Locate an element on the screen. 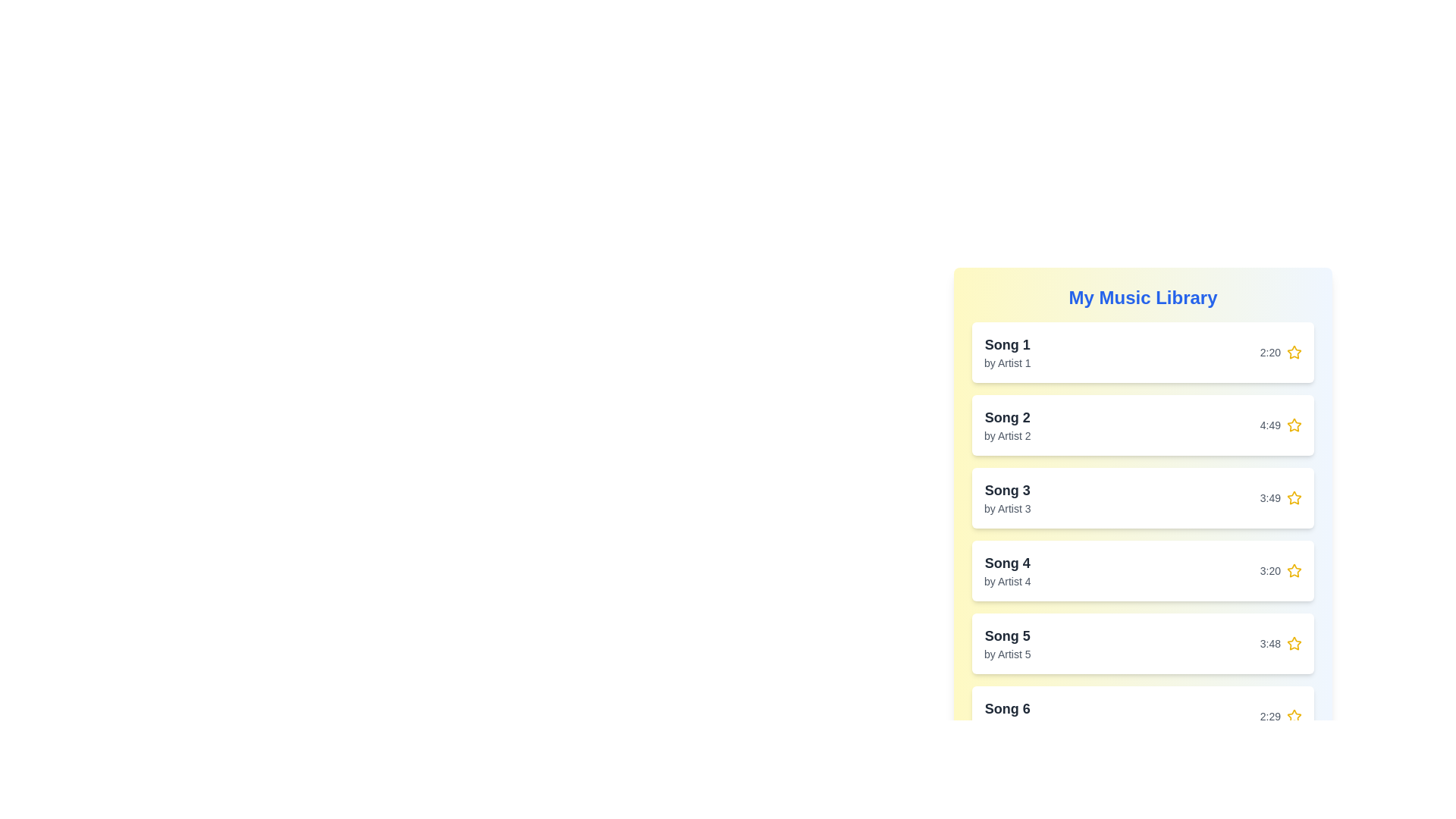 This screenshot has width=1456, height=819. the text display that presents the title and artist of the song, located in the third row of the music library list, positioned within the left half of the individual item block is located at coordinates (1007, 497).